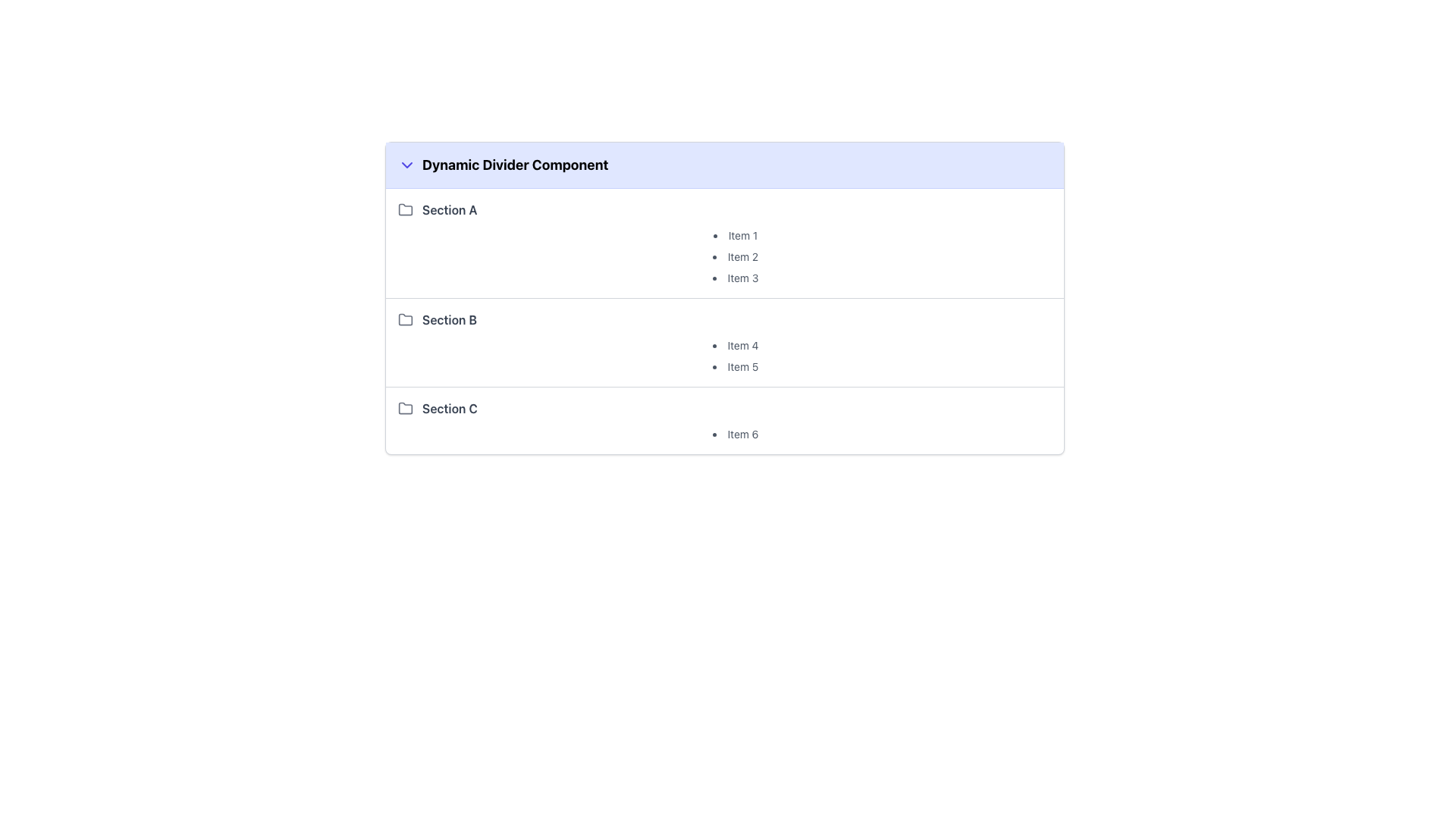  Describe the element at coordinates (407, 165) in the screenshot. I see `the chevron-down icon used for dropdown indications located on the left side of the 'Dynamic Divider Component' title in the header section` at that location.